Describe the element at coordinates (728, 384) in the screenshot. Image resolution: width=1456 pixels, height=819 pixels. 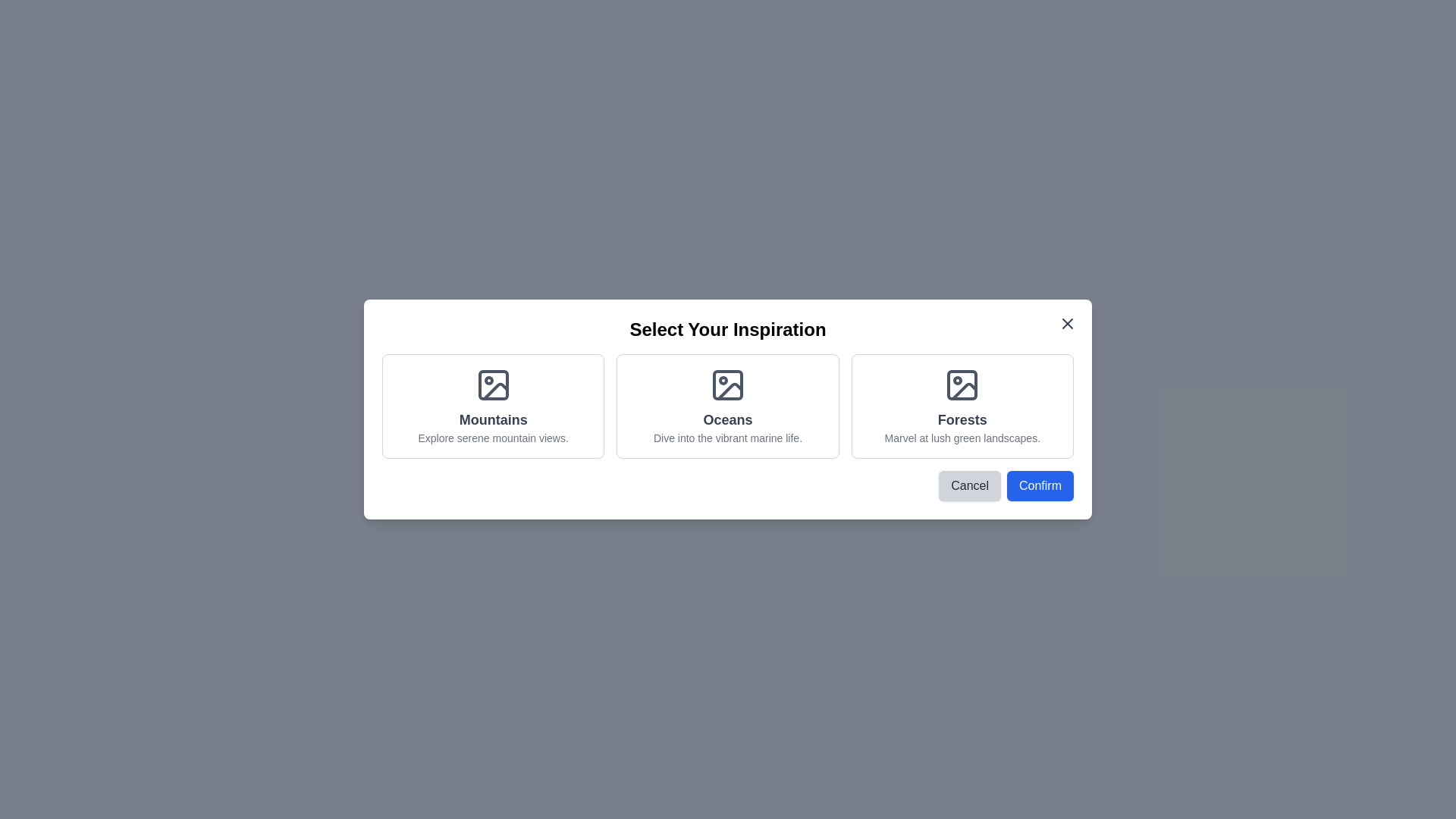
I see `the decorative shape within the 'Oceans' selection button, which is visually distinct from the text beneath it and part of a triad of options for inspiration categories` at that location.